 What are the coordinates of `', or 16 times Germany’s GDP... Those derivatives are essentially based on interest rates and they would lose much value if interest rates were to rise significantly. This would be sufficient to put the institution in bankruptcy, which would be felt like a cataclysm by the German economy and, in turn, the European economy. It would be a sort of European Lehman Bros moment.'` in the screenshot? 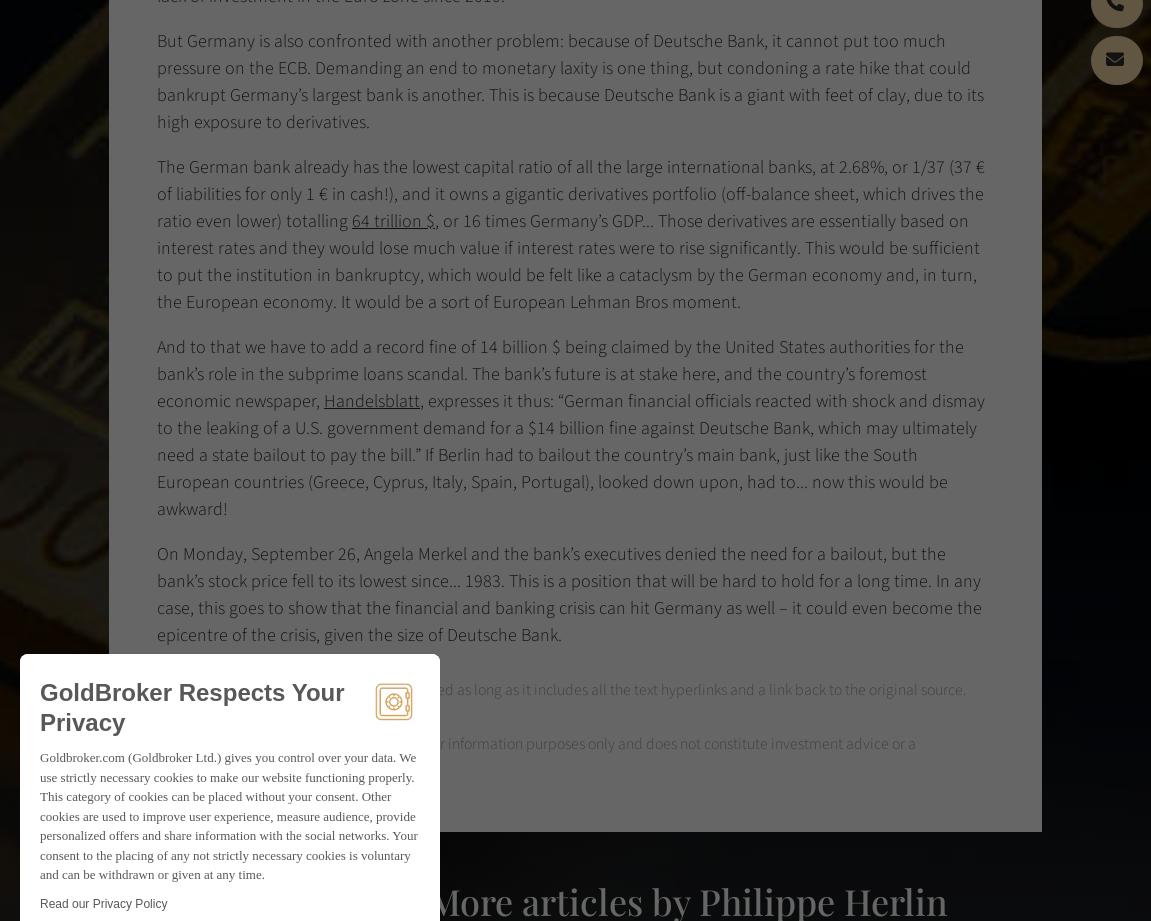 It's located at (567, 261).